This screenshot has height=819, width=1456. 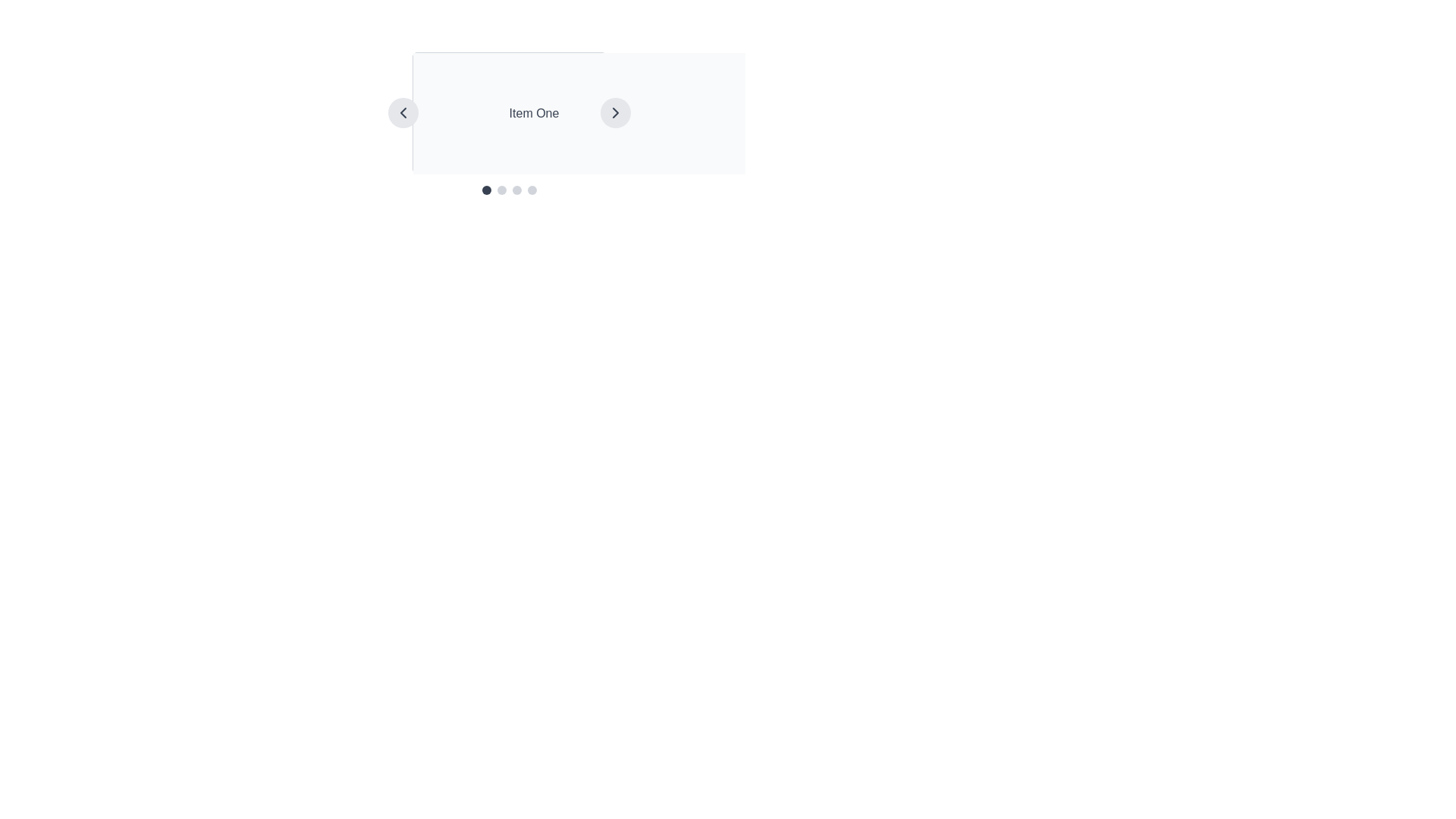 What do you see at coordinates (509, 122) in the screenshot?
I see `the text label displaying the title of the currently selected item in the carousel to focus` at bounding box center [509, 122].